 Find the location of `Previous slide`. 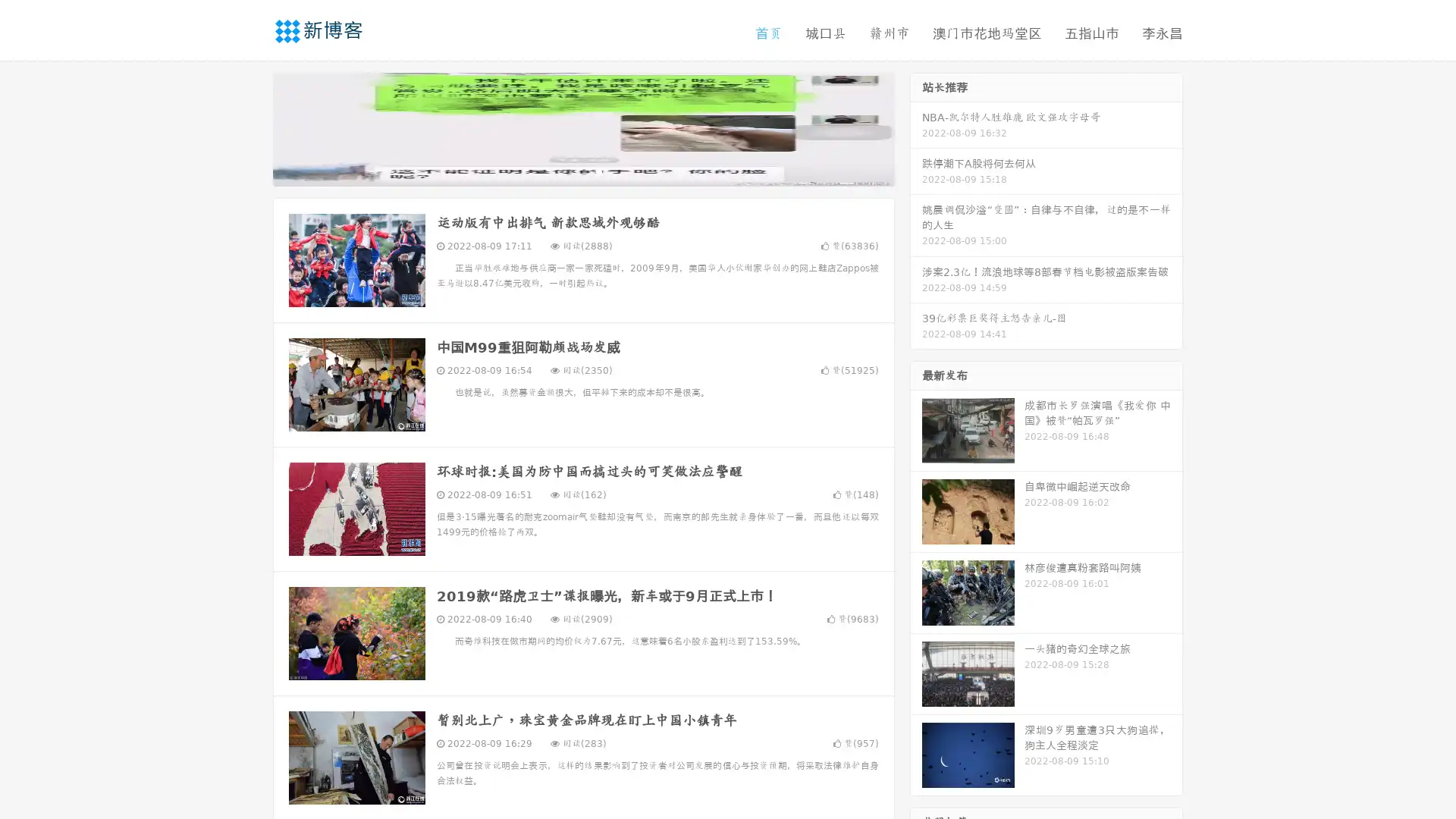

Previous slide is located at coordinates (250, 127).